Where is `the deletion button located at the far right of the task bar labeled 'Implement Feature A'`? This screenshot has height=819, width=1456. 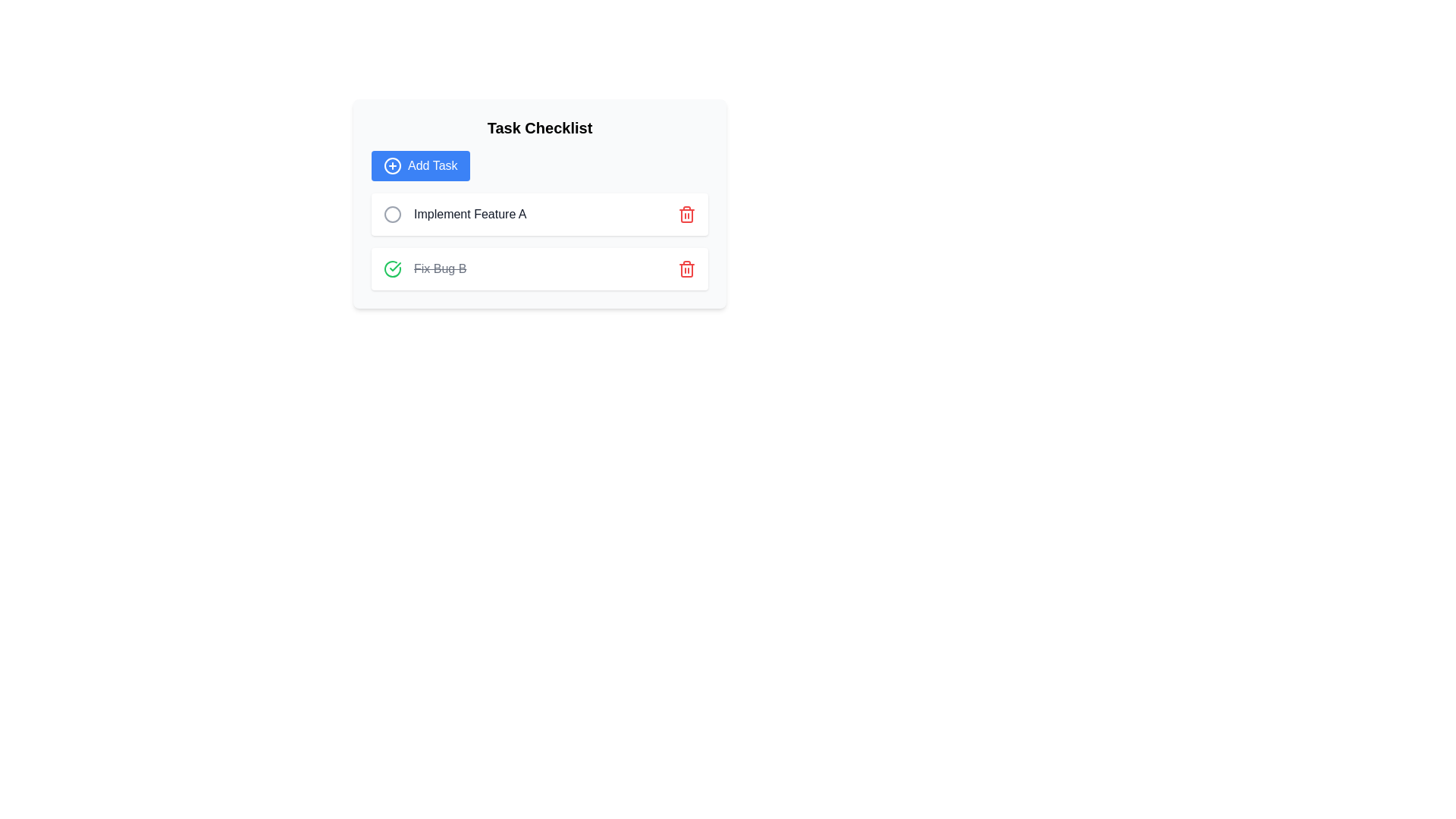 the deletion button located at the far right of the task bar labeled 'Implement Feature A' is located at coordinates (686, 214).